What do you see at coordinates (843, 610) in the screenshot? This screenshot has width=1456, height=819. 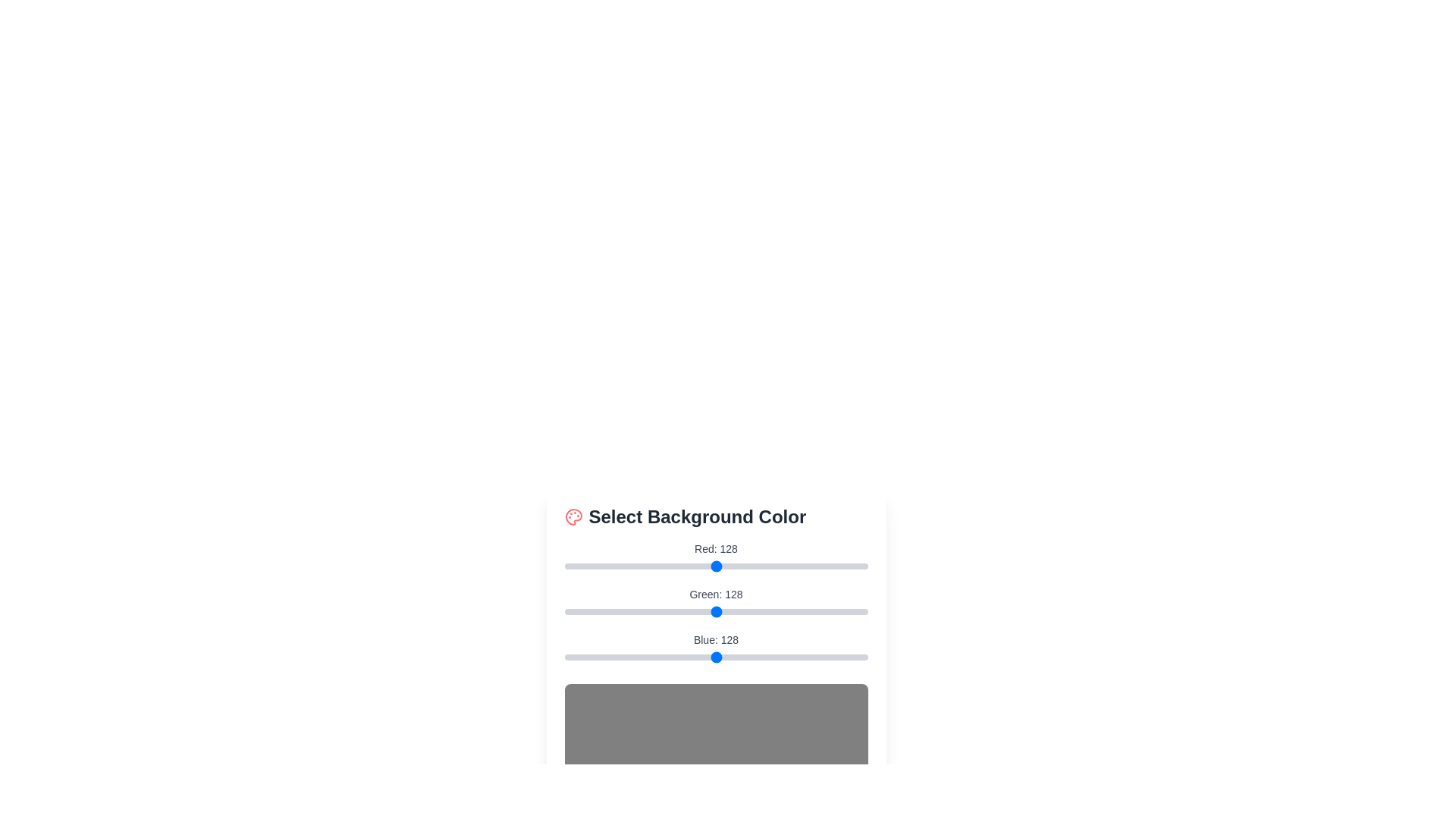 I see `the green color slider to set the green component to 235` at bounding box center [843, 610].